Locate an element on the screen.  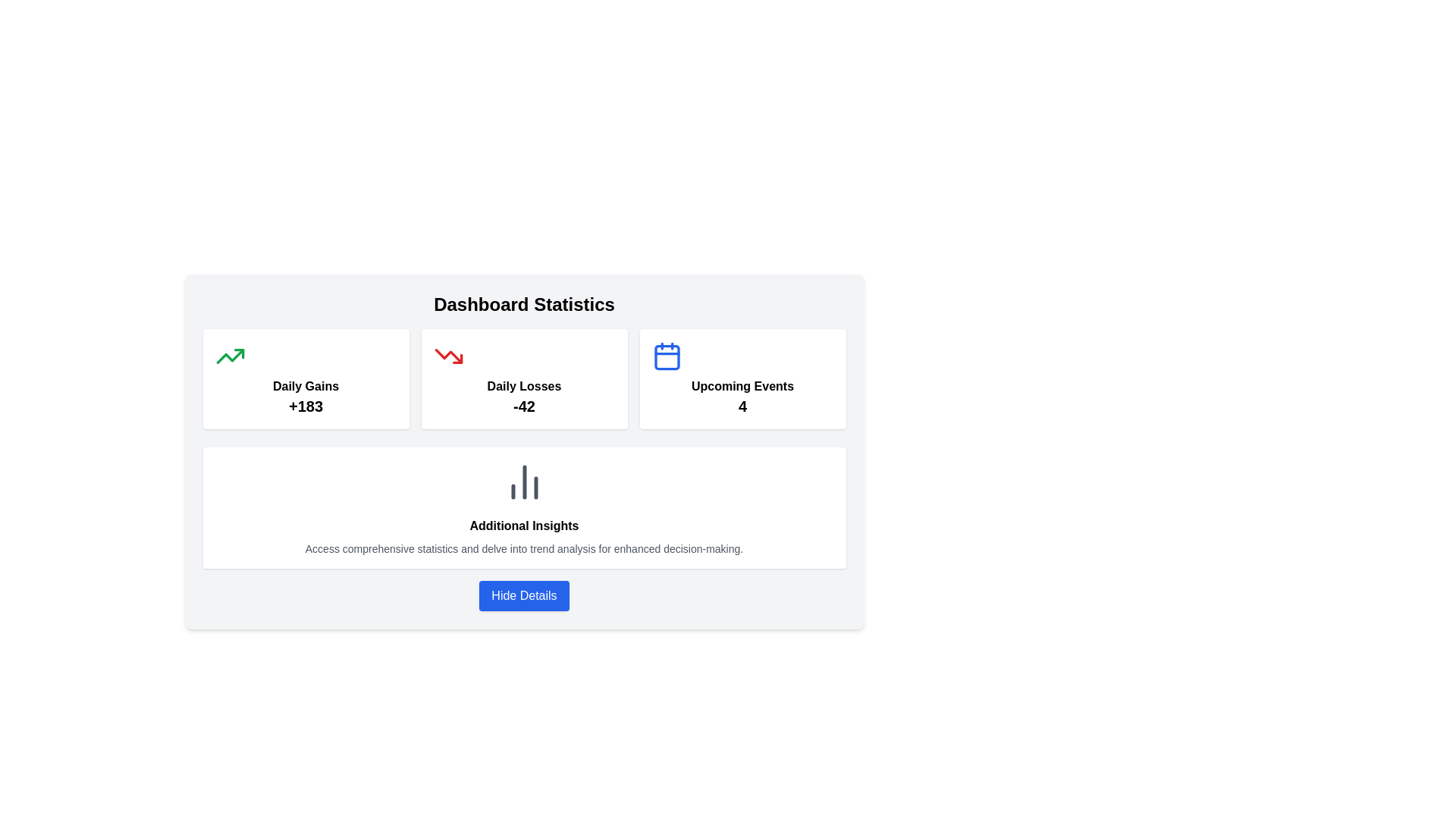
the red downward-pointing chevron icon indicating a decreasing trend within the 'Daily Losses -42' card is located at coordinates (447, 356).